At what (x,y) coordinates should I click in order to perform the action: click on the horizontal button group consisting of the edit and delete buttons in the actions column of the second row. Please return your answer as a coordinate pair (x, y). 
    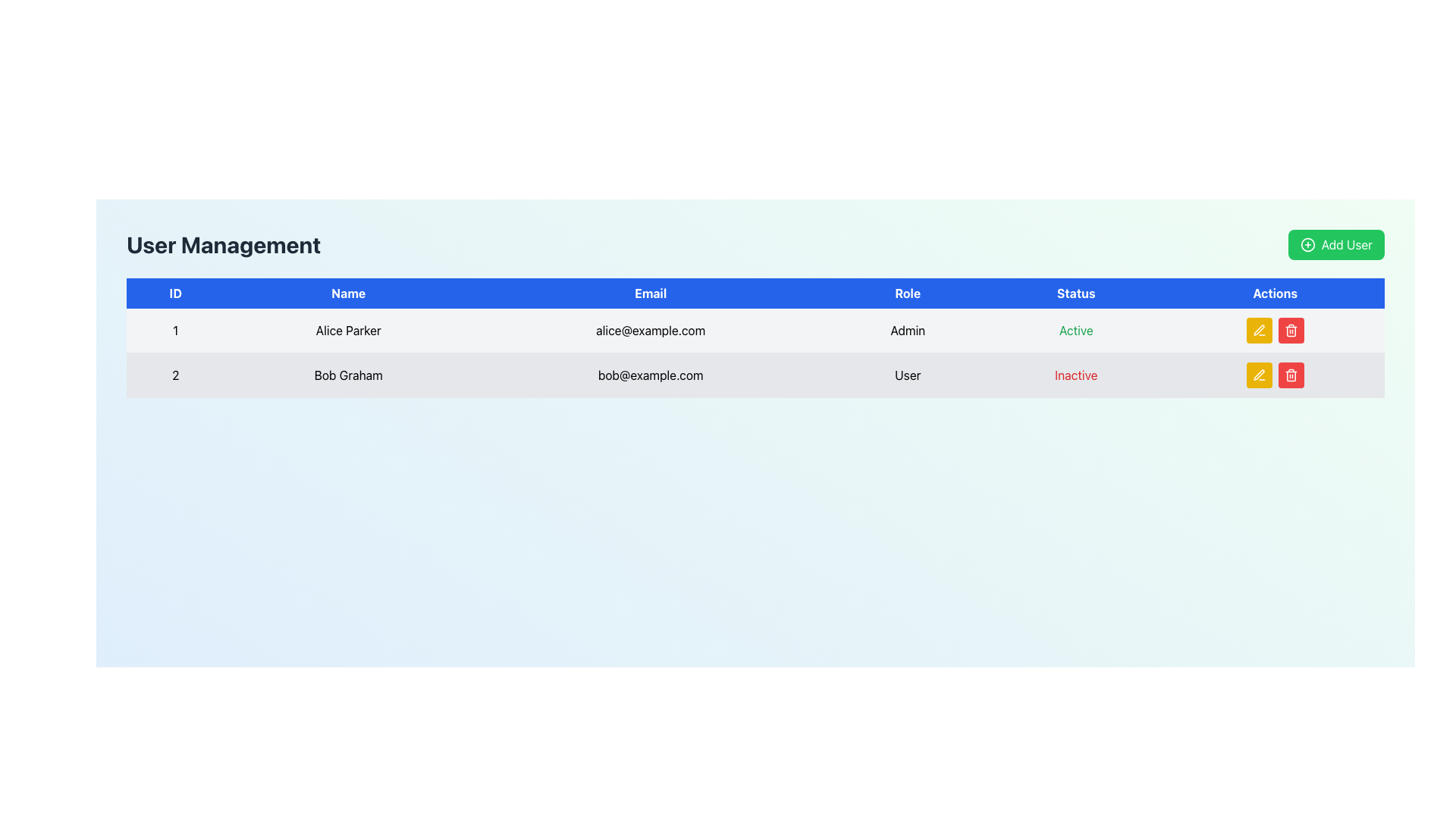
    Looking at the image, I should click on (1274, 375).